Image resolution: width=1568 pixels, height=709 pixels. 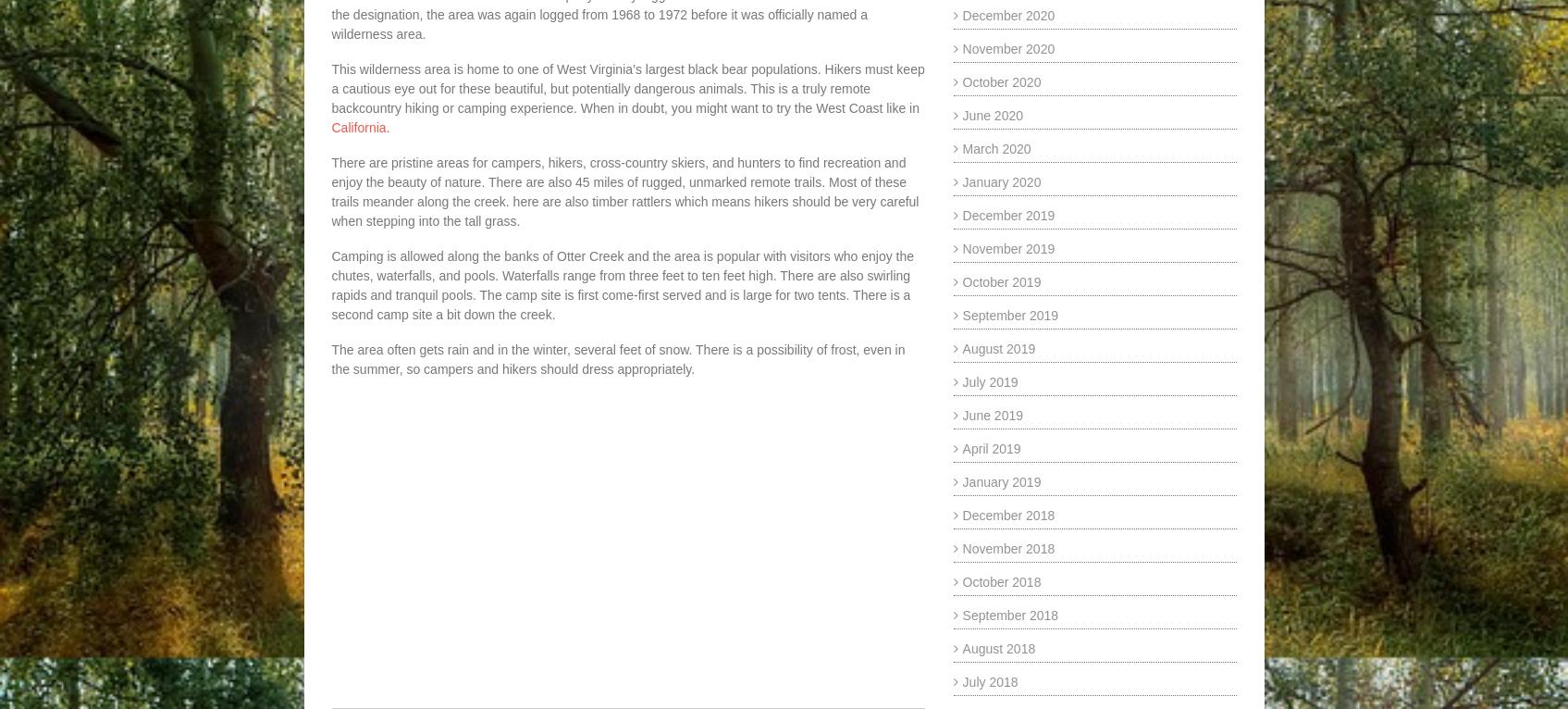 What do you see at coordinates (961, 15) in the screenshot?
I see `'December 2020'` at bounding box center [961, 15].